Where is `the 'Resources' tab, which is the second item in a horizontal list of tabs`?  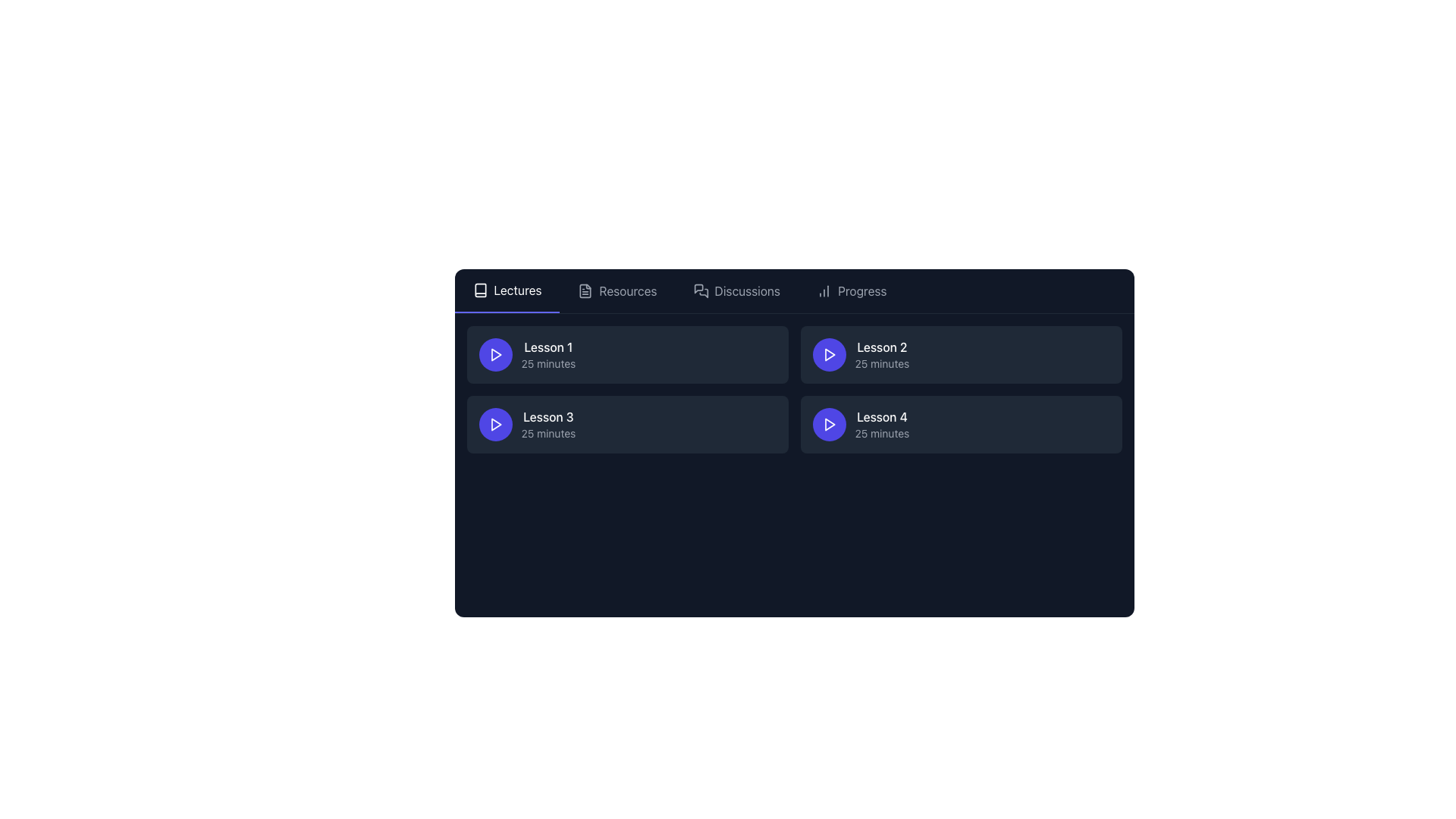 the 'Resources' tab, which is the second item in a horizontal list of tabs is located at coordinates (617, 291).